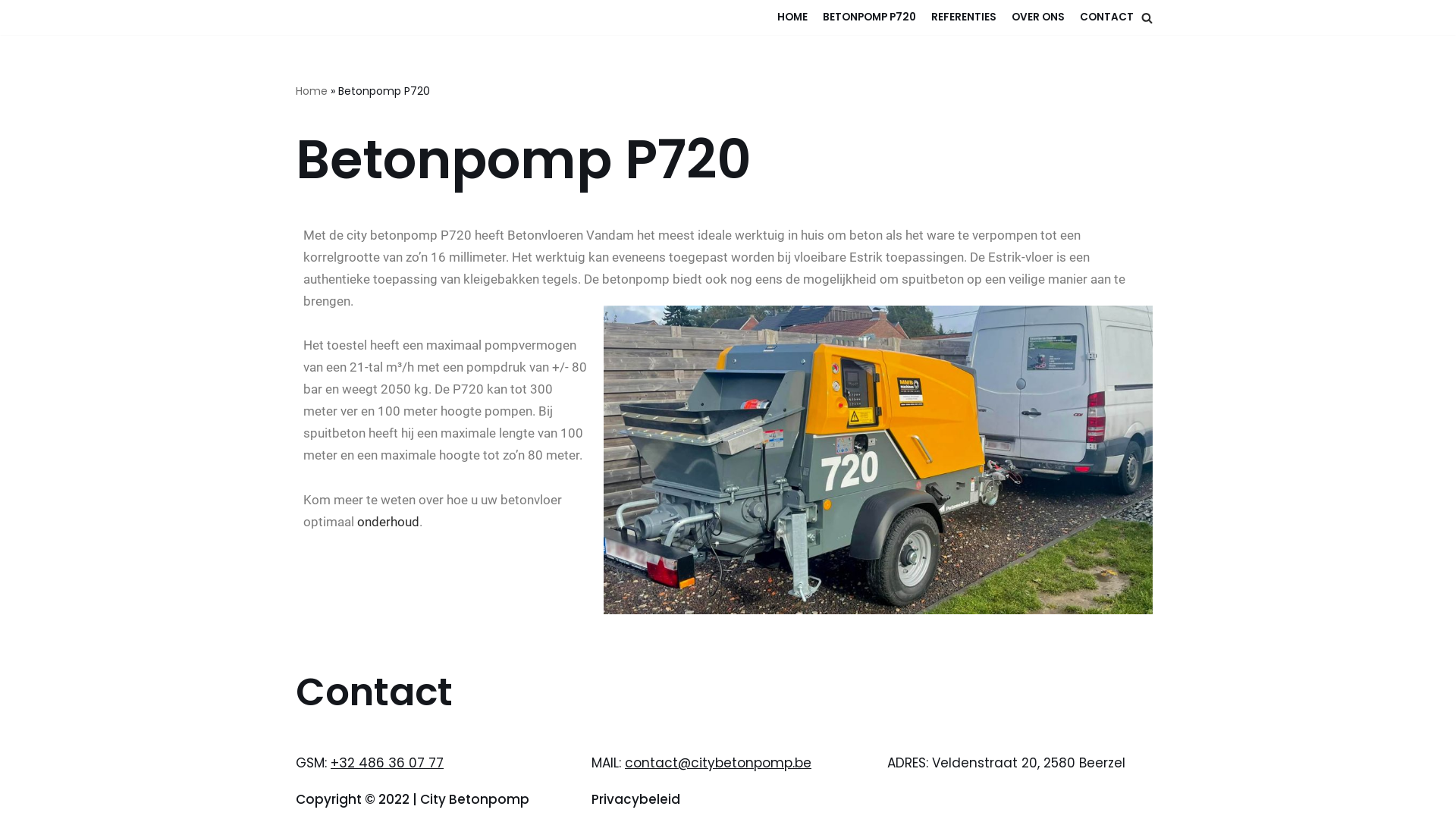  What do you see at coordinates (635, 799) in the screenshot?
I see `'Privacybeleid'` at bounding box center [635, 799].